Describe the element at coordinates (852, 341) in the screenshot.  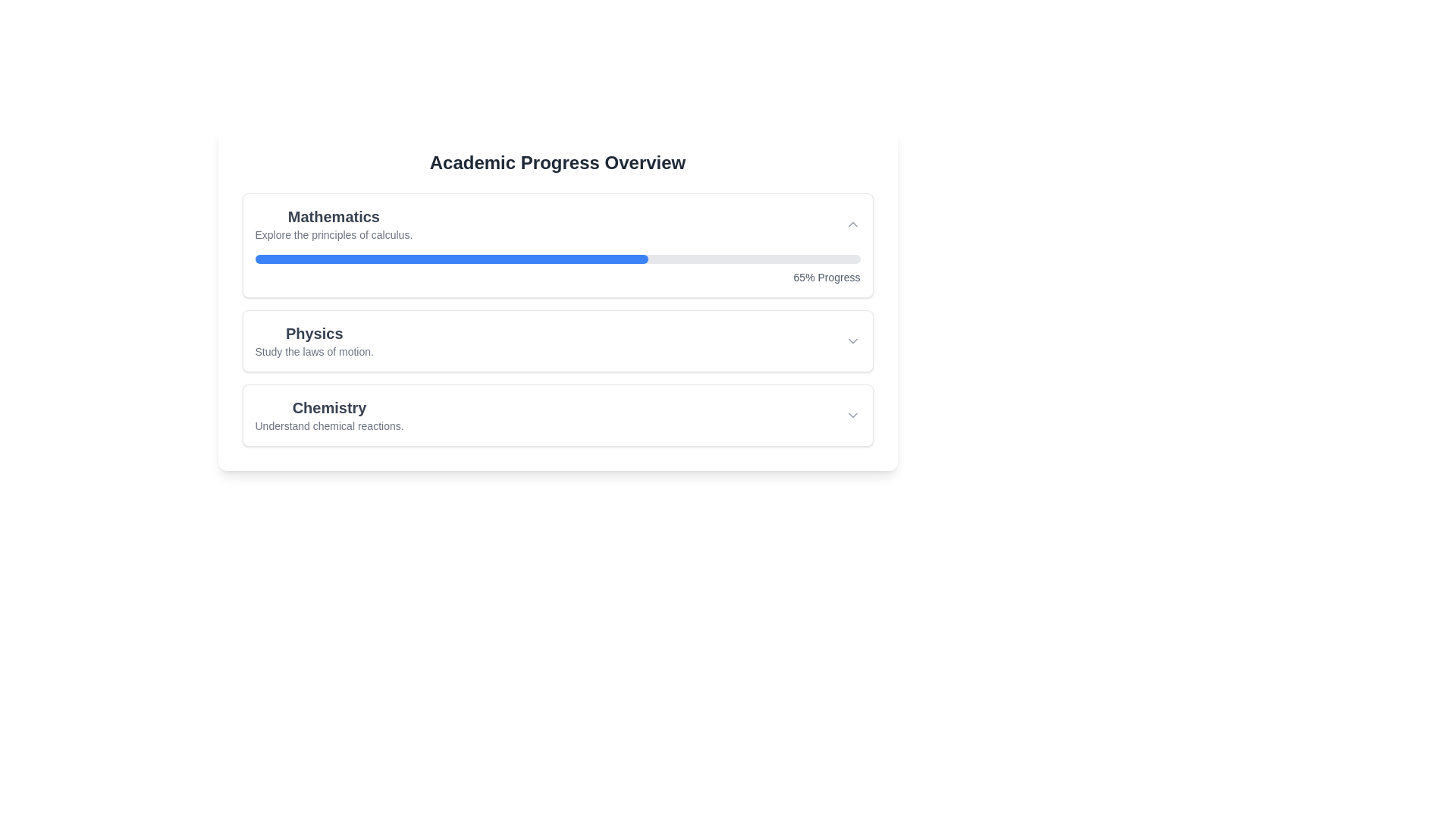
I see `the dropdown indicator icon button, represented by a downward-facing chevron located in the second card of the 'Physics' content block` at that location.